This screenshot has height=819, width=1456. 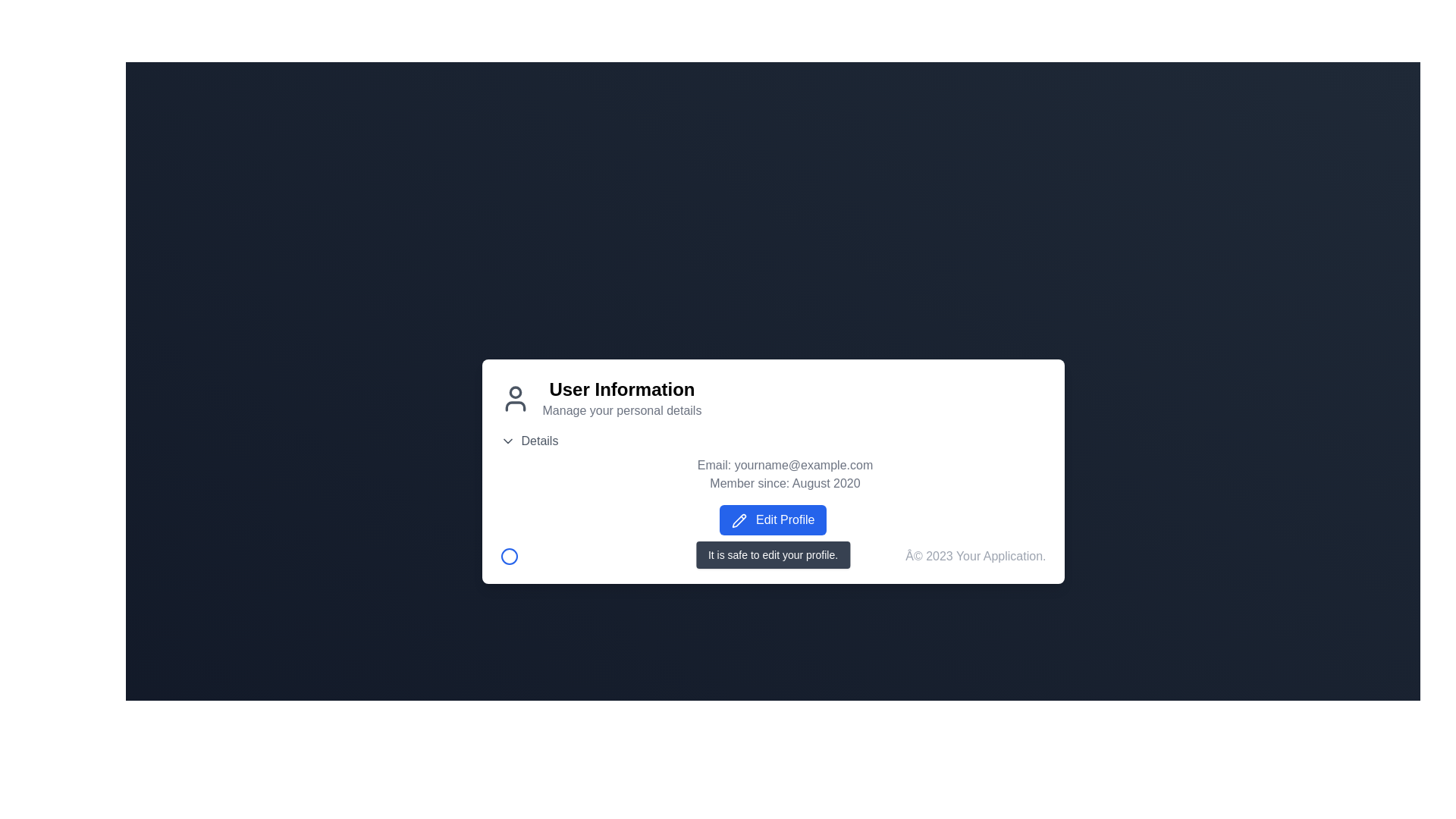 I want to click on the static text label displaying 'Details' in light gray color, located near the top-left corner of the user information section, so click(x=539, y=441).